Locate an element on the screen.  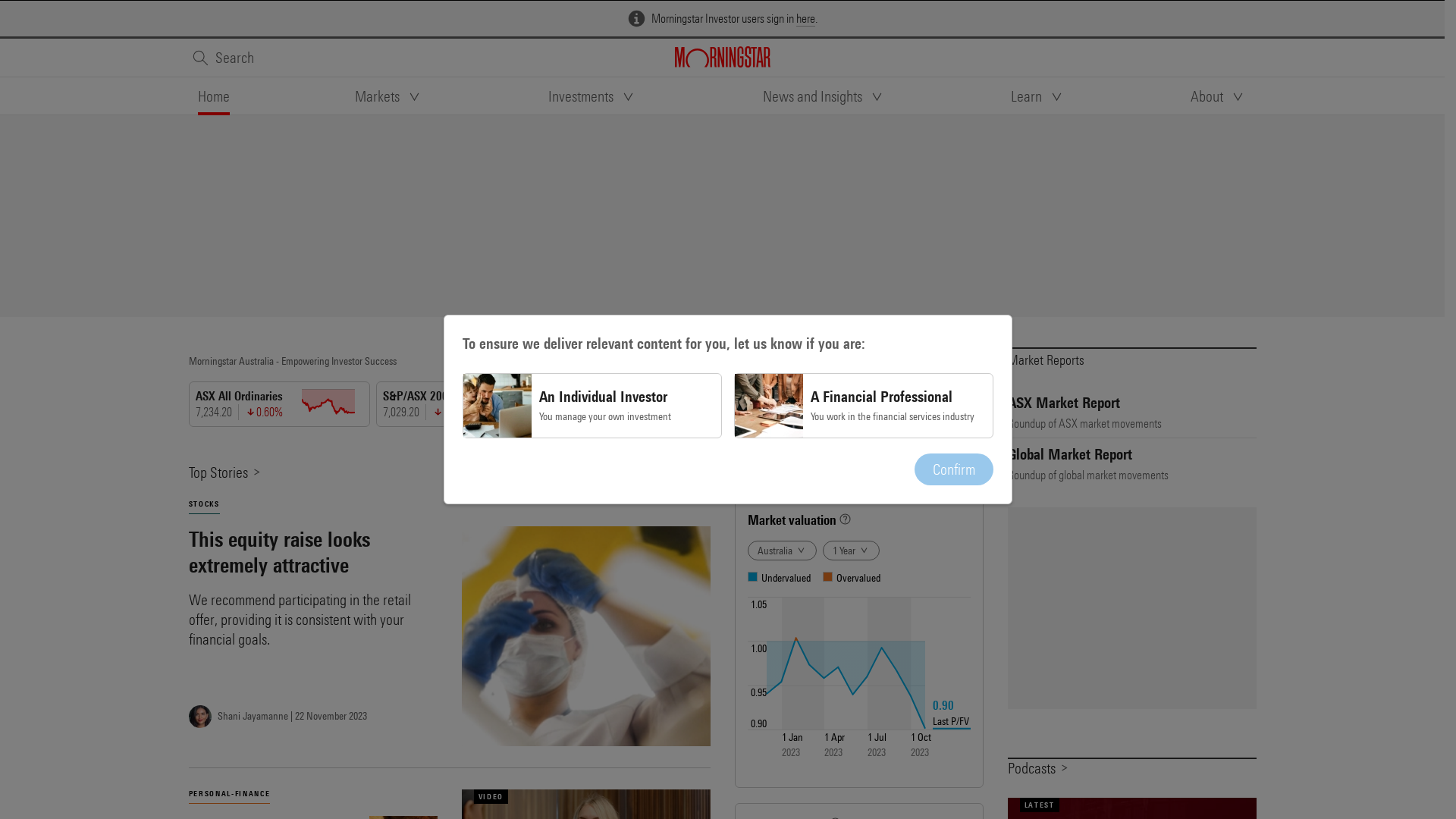
'Top Stories' is located at coordinates (224, 471).